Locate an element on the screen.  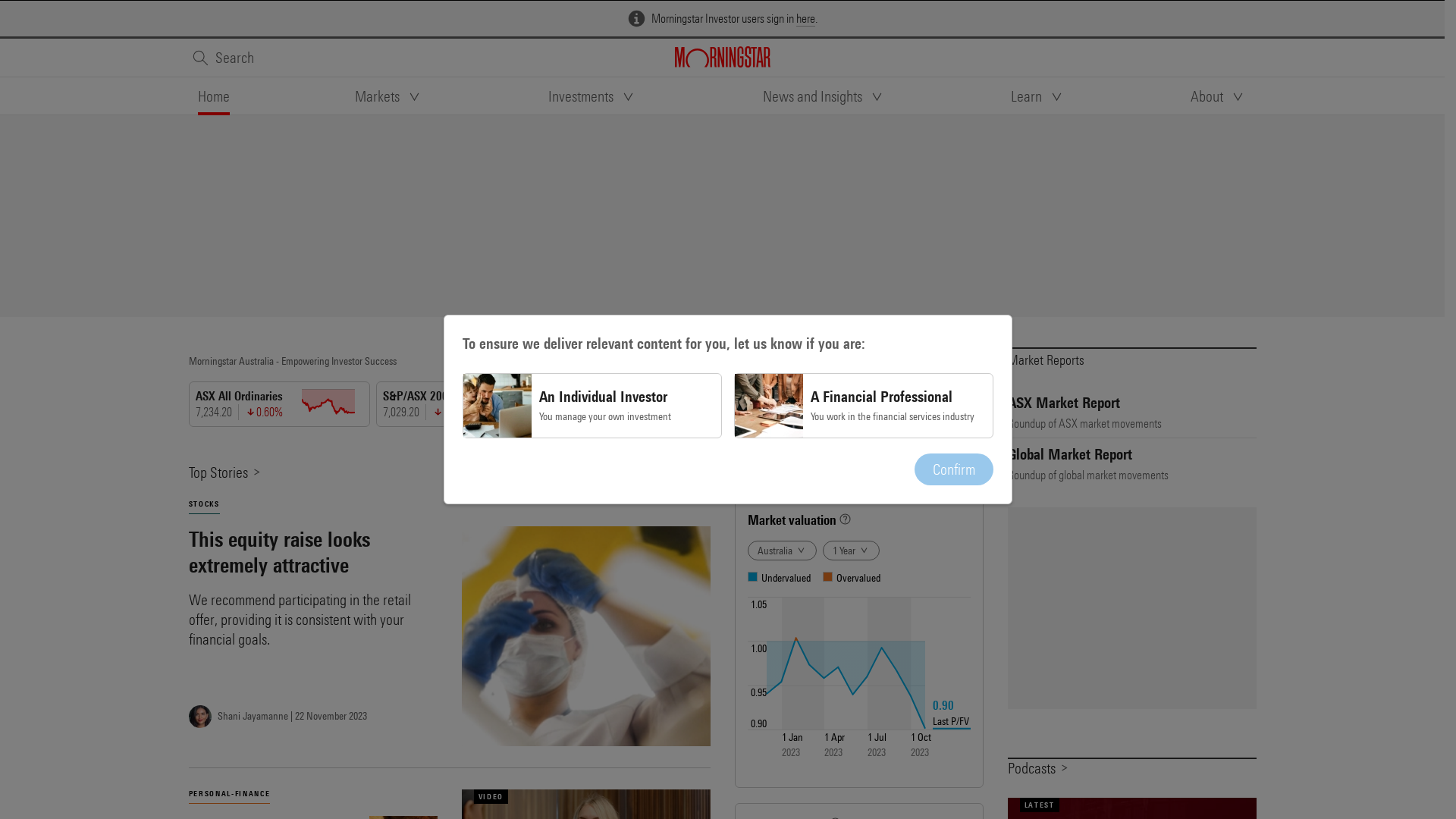
'Top Stories' is located at coordinates (224, 471).